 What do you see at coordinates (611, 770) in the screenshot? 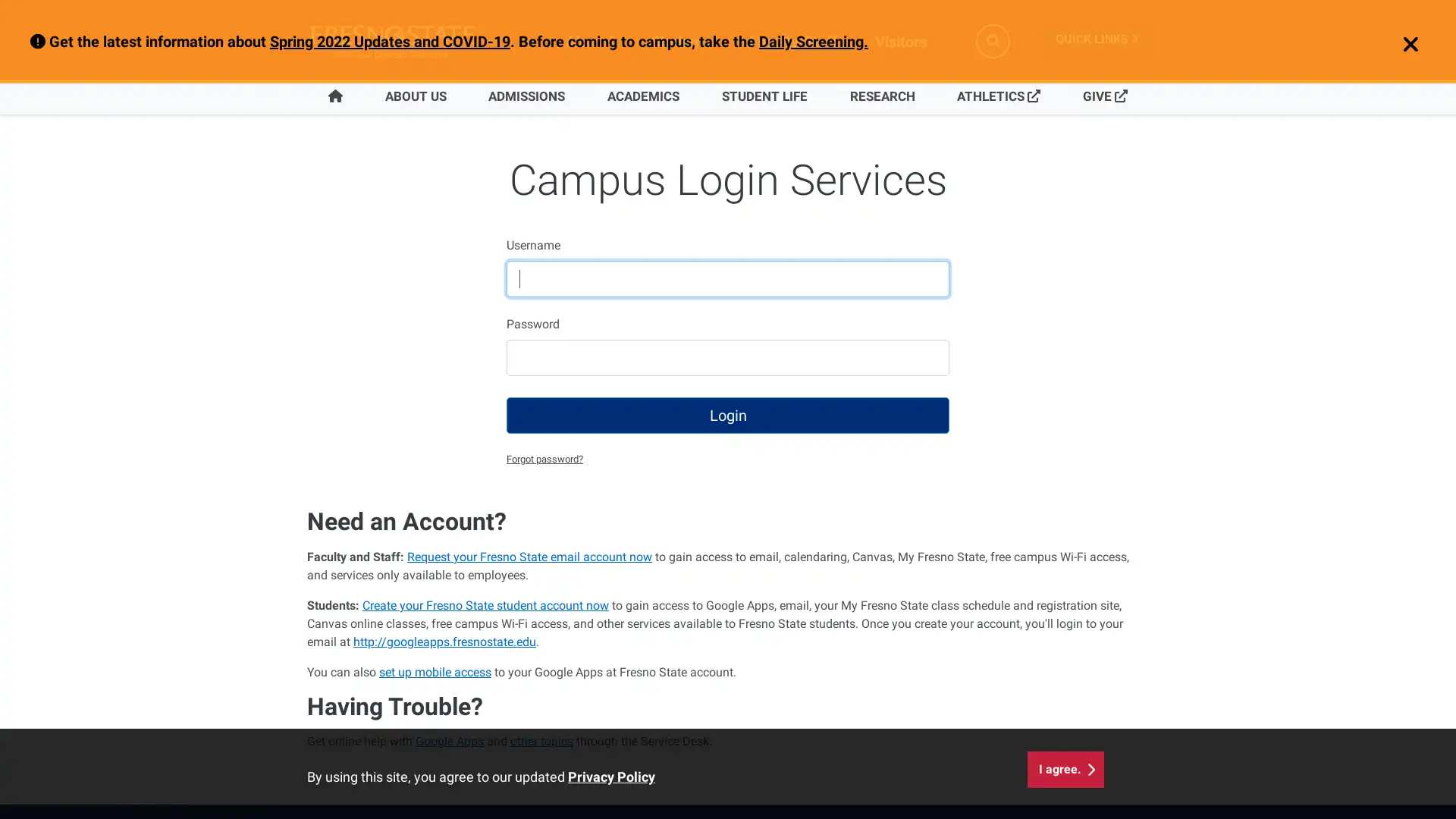
I see `learn more about cookies` at bounding box center [611, 770].